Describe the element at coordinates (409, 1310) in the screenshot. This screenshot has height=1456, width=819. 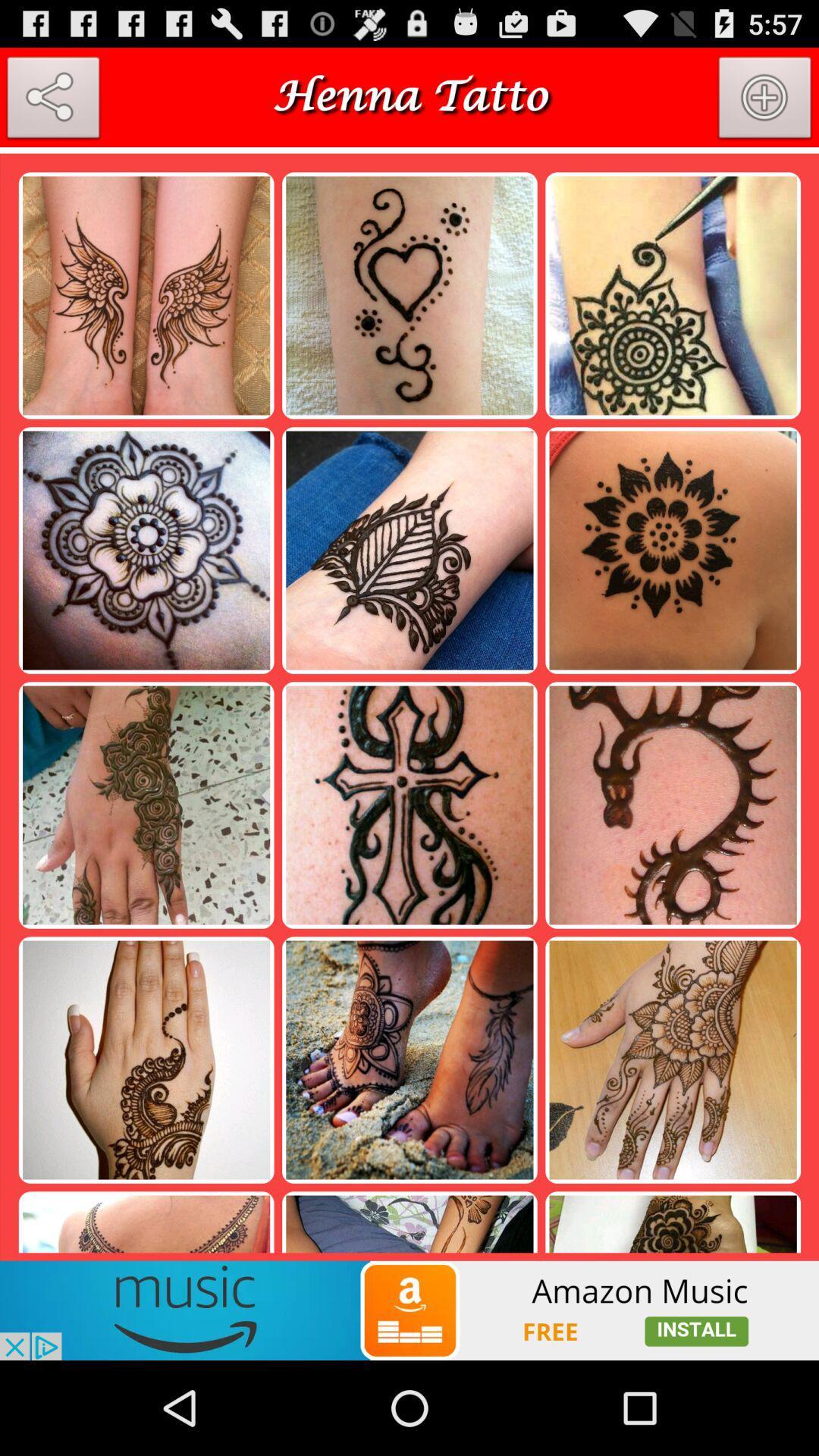
I see `advertisement` at that location.